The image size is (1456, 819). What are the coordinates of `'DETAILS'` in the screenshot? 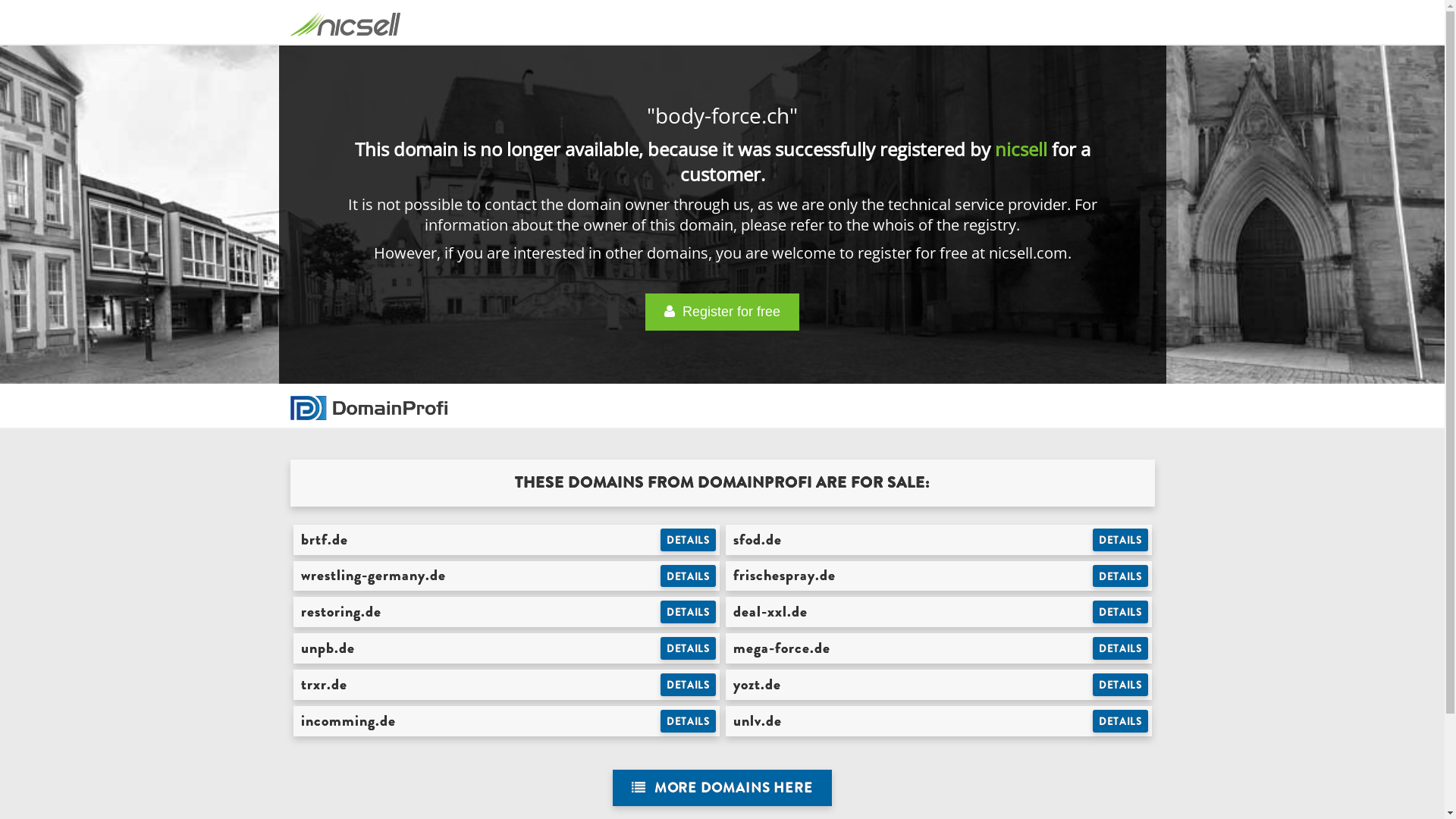 It's located at (1120, 576).